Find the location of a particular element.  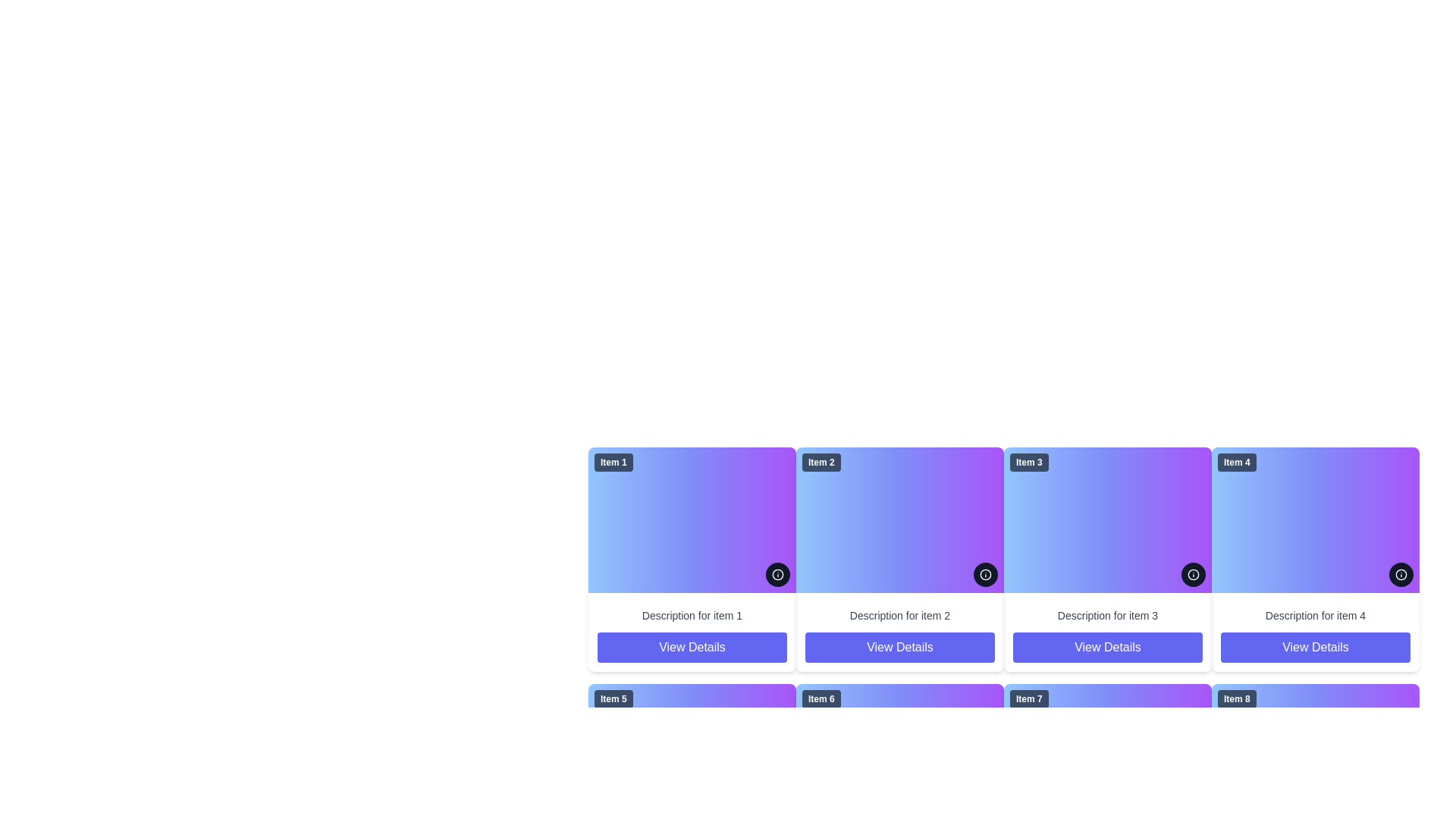

the circular SVG graphic icon located in the bottom-right corner of the card labeled 'Item 4' is located at coordinates (1401, 575).